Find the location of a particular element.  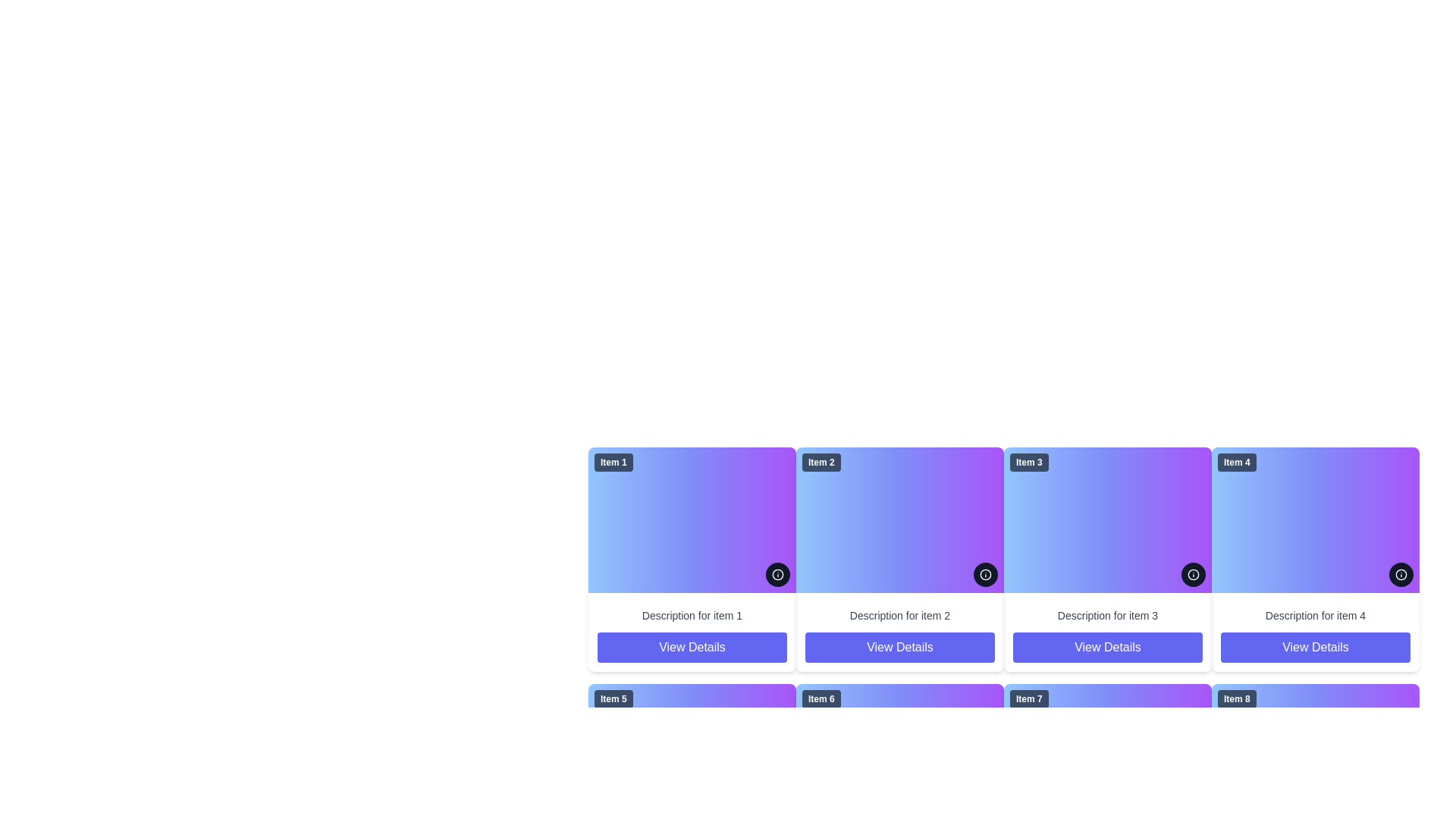

the circular SVG graphic icon located in the bottom-right corner of the card labeled 'Item 4' is located at coordinates (1401, 575).